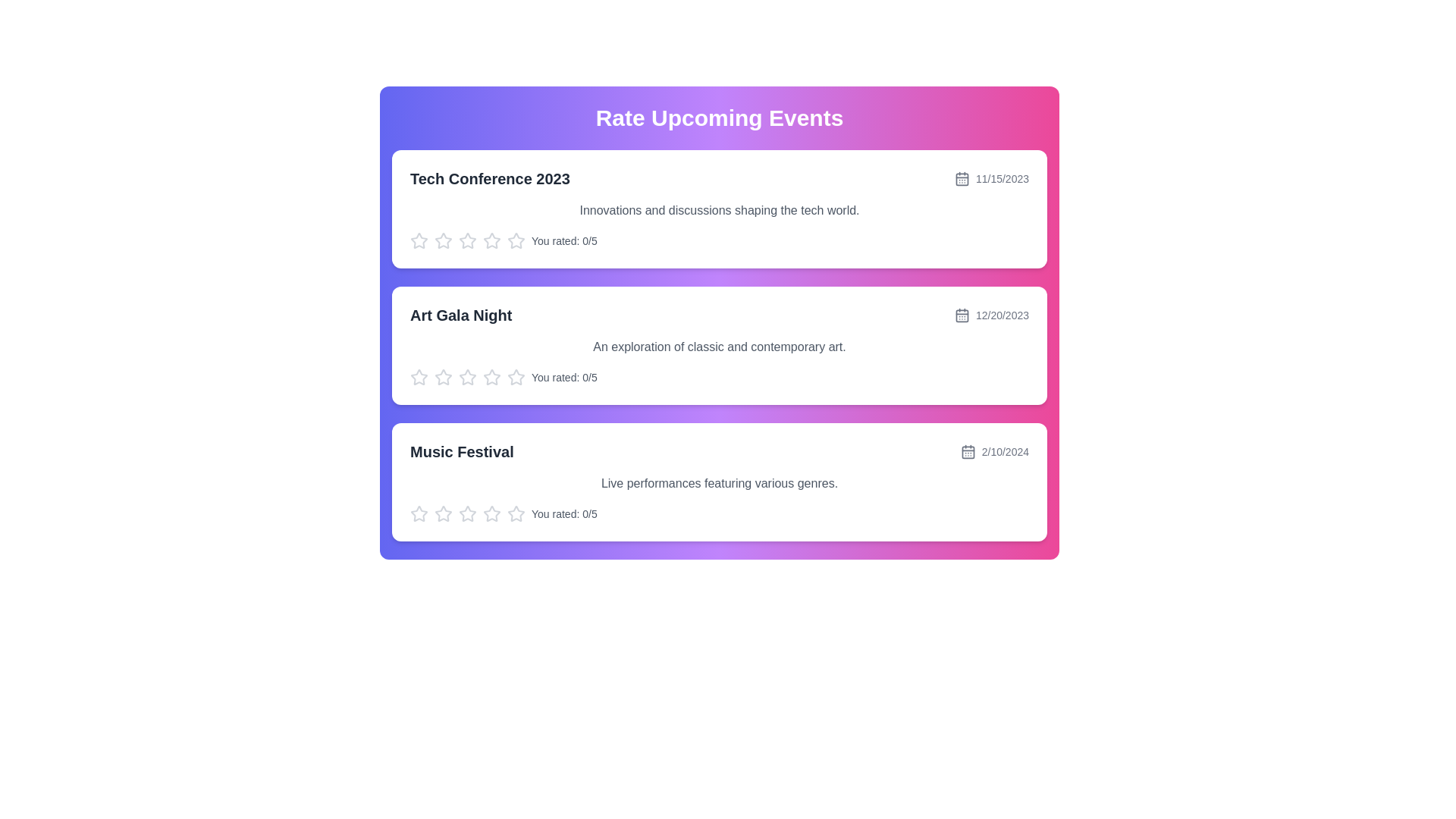 This screenshot has height=819, width=1456. Describe the element at coordinates (991, 315) in the screenshot. I see `the non-interactive label displaying the date of the 'Art Gala Night' event, located in the upper-right area of the card, to the right of the event title and description` at that location.